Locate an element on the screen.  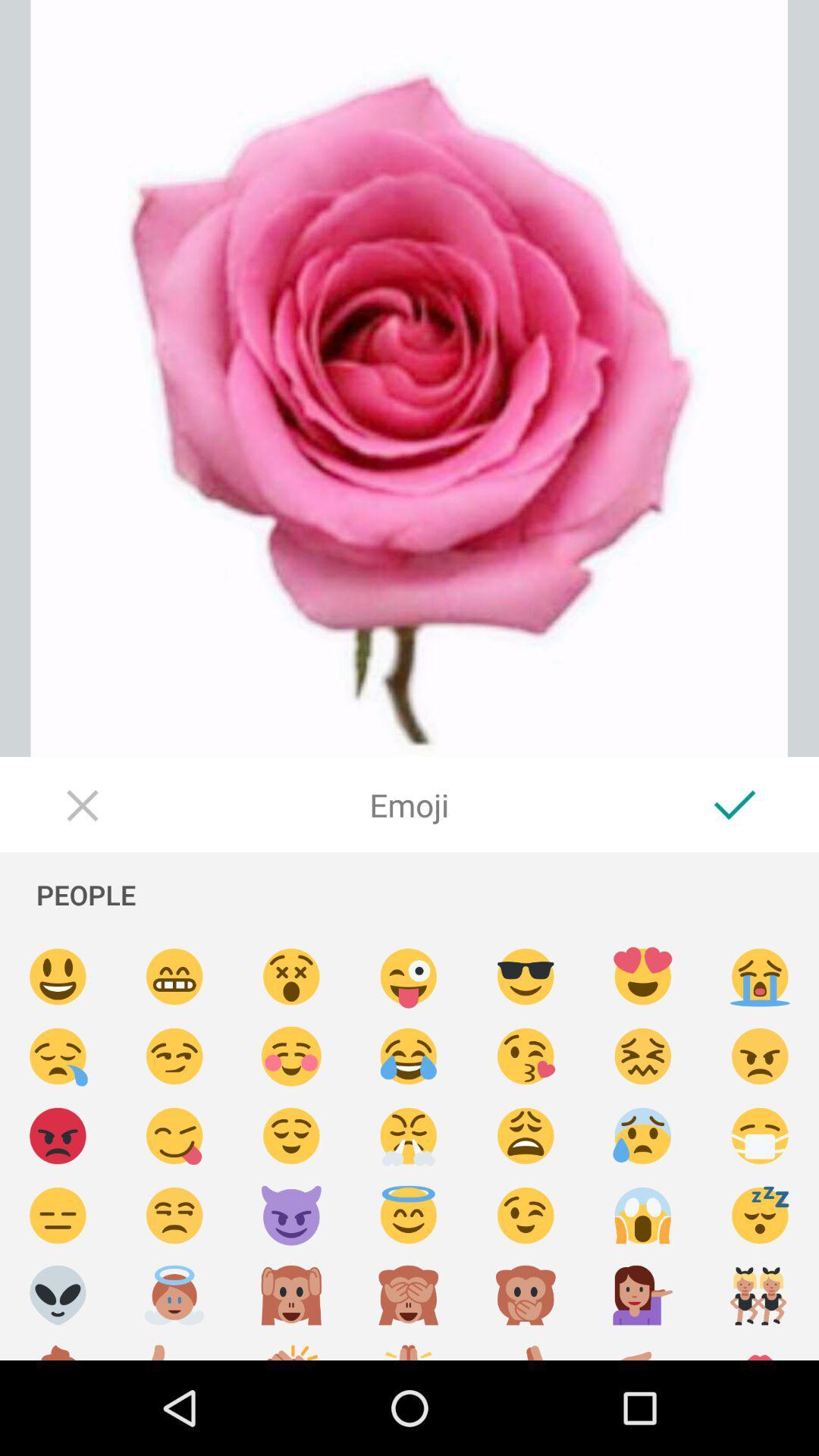
angel emoji is located at coordinates (174, 1294).